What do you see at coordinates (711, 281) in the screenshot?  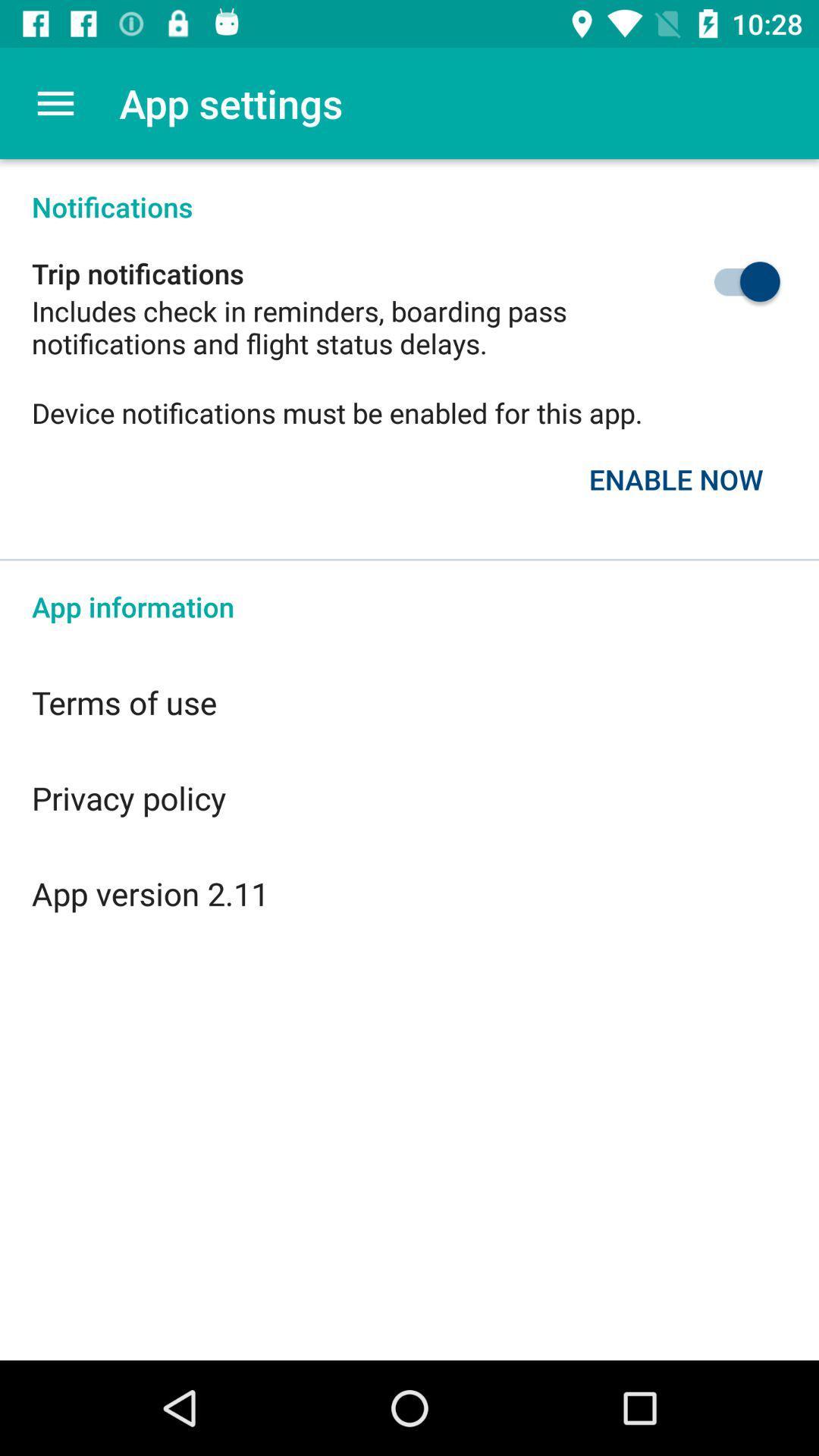 I see `trip notifications` at bounding box center [711, 281].